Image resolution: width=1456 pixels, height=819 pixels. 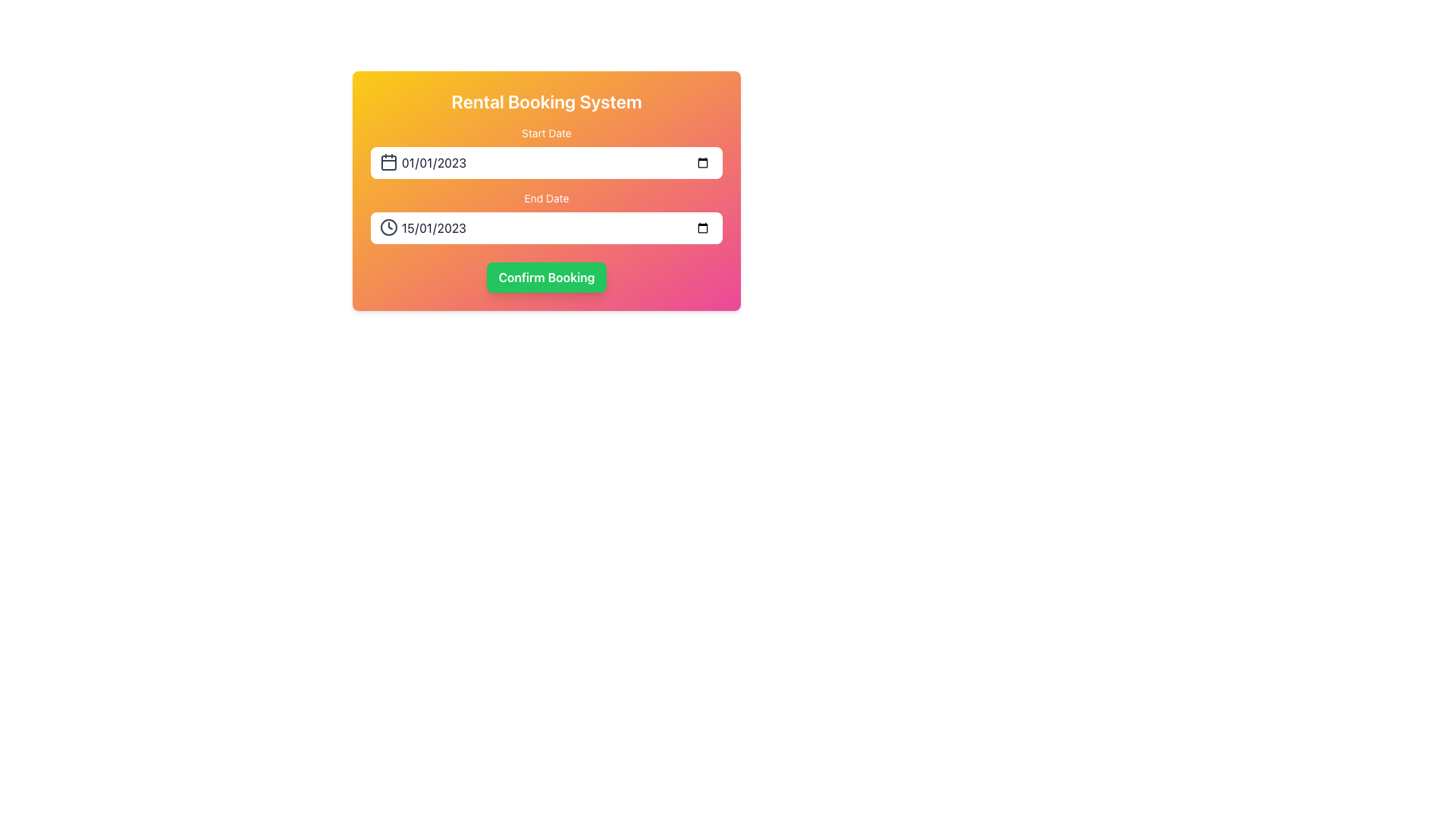 I want to click on the date picker input field, so click(x=546, y=227).